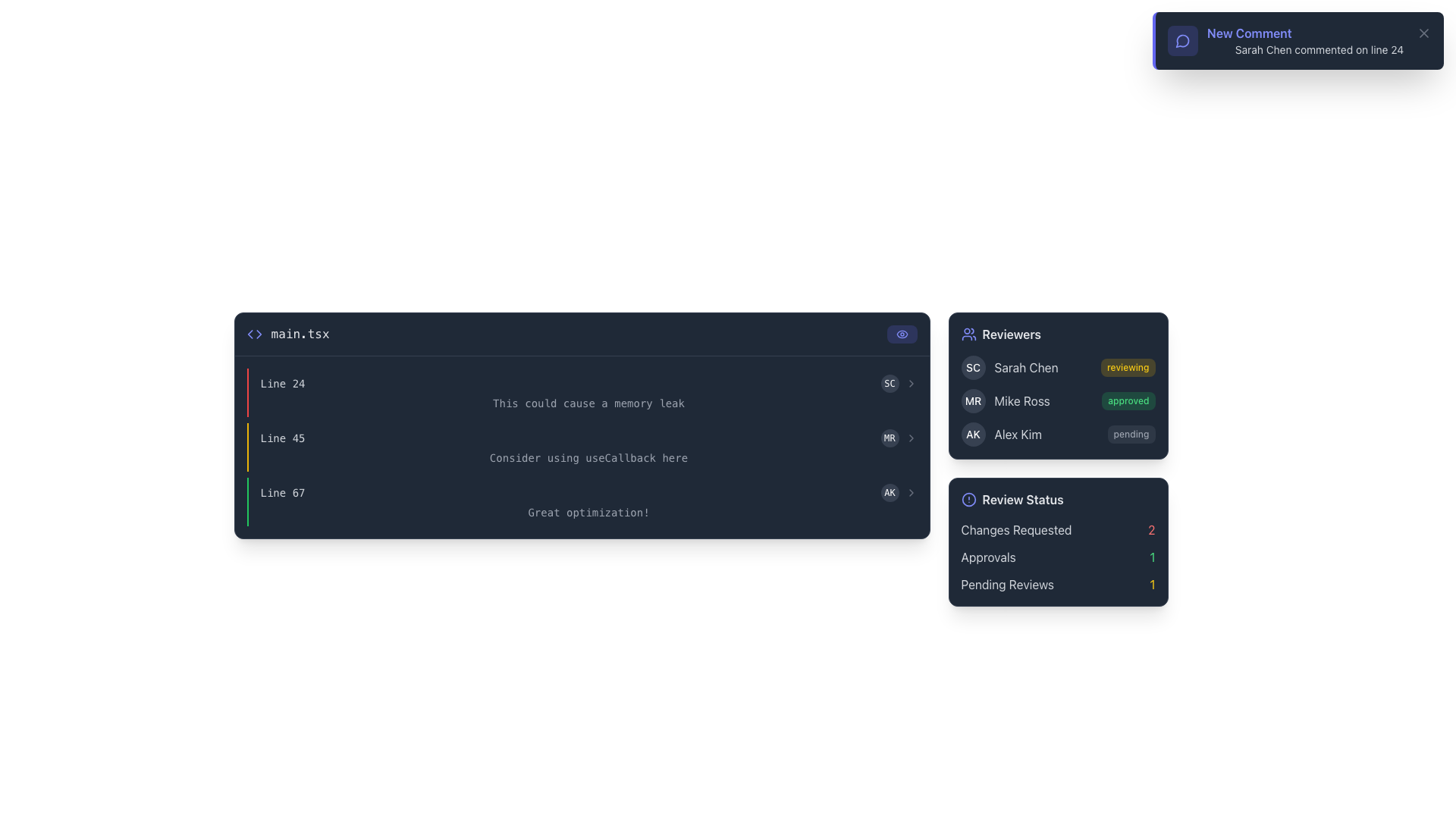 The width and height of the screenshot is (1456, 819). Describe the element at coordinates (588, 403) in the screenshot. I see `the comment text that describes a potential memory leak, located below 'Line 24' in the code review interface` at that location.